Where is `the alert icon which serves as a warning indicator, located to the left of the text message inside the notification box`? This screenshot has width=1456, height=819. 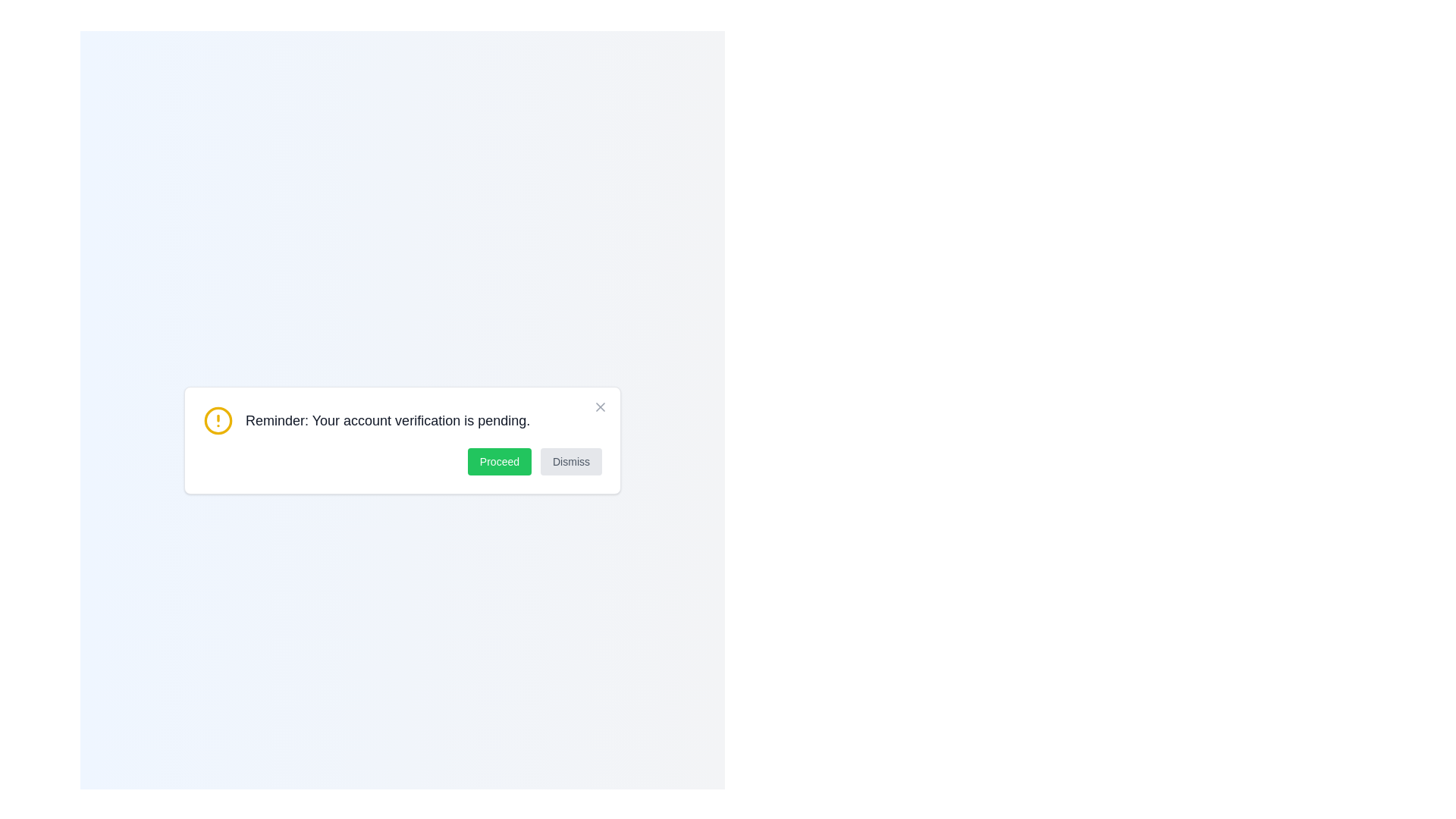
the alert icon which serves as a warning indicator, located to the left of the text message inside the notification box is located at coordinates (218, 421).